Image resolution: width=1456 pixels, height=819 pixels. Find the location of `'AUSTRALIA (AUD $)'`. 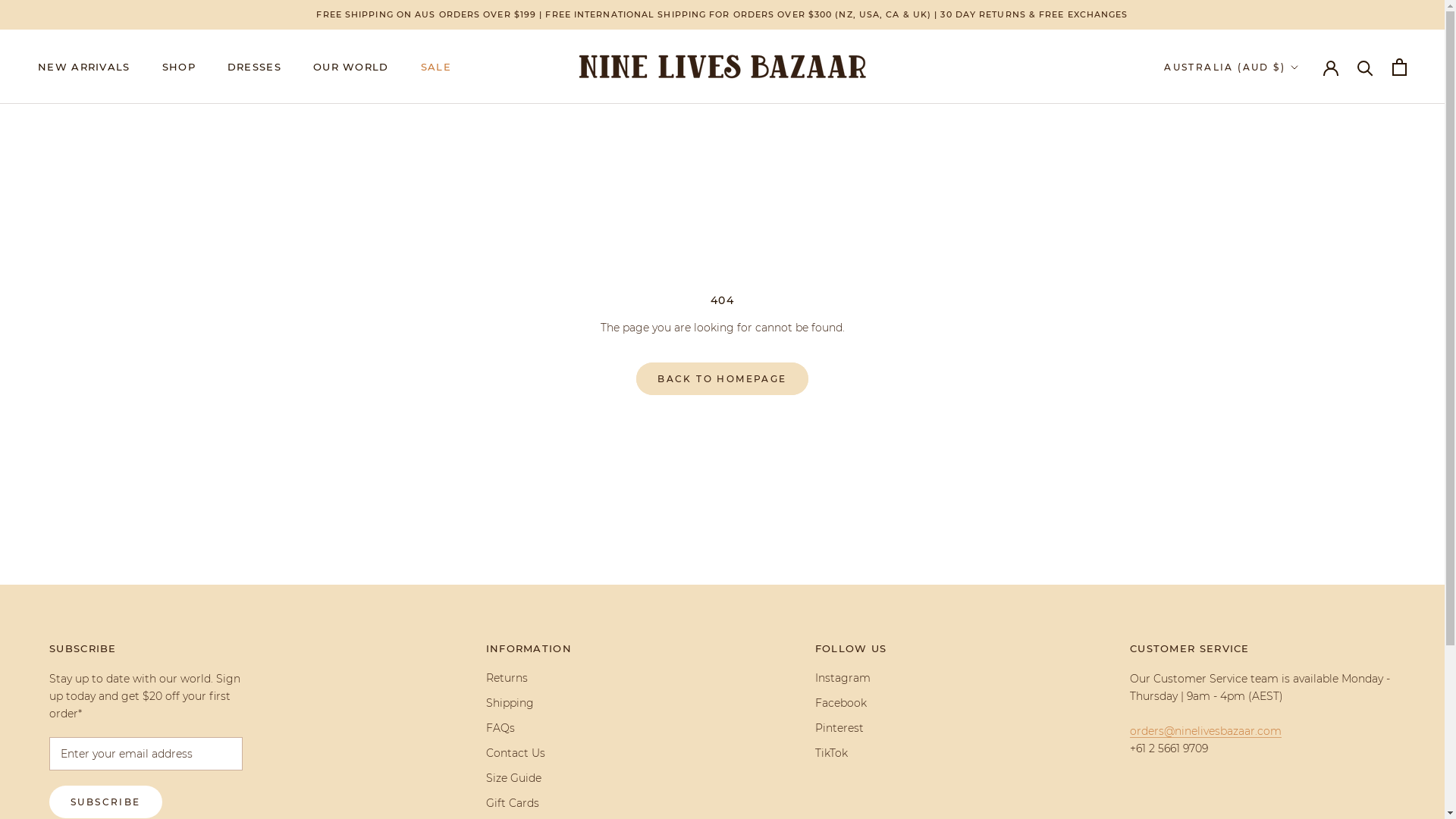

'AUSTRALIA (AUD $)' is located at coordinates (1163, 66).